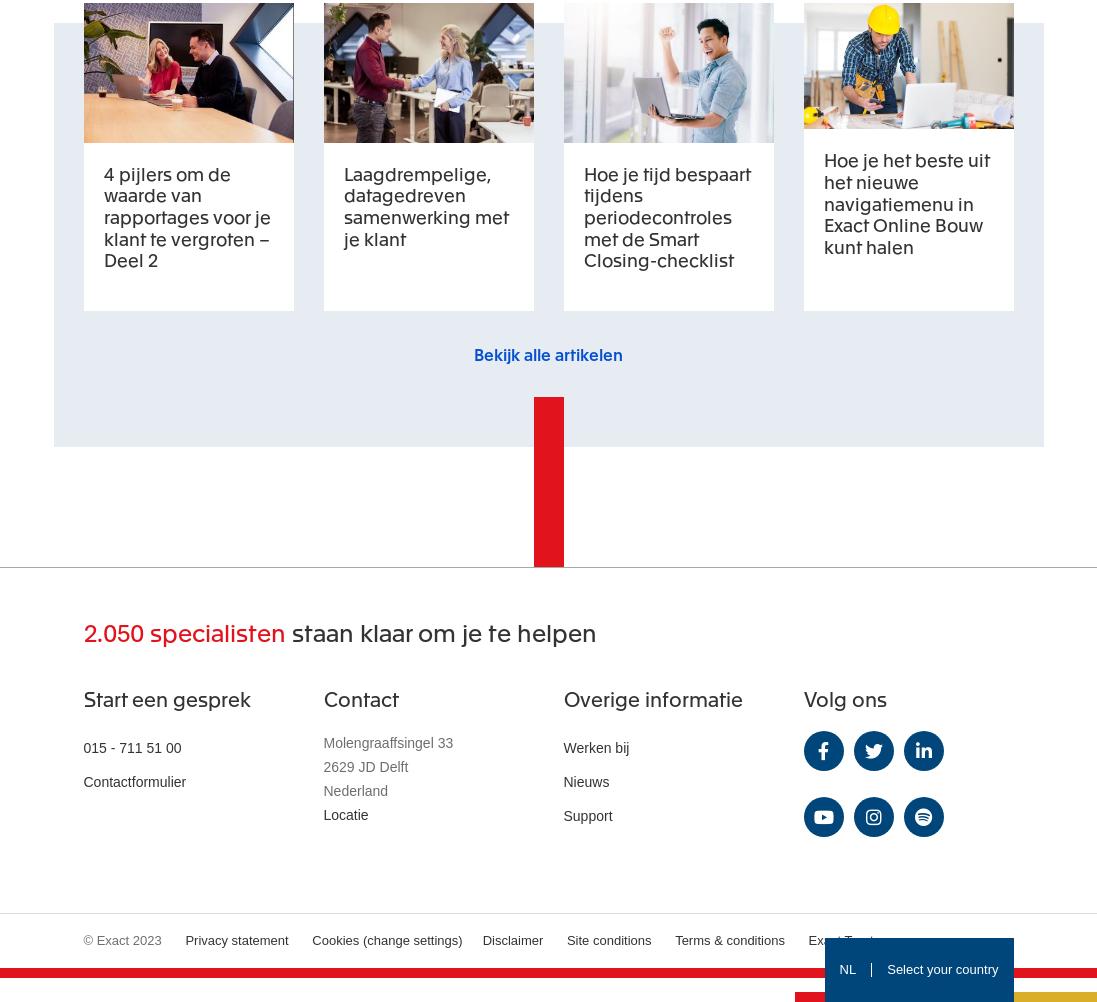  What do you see at coordinates (562, 697) in the screenshot?
I see `'Overige informatie'` at bounding box center [562, 697].